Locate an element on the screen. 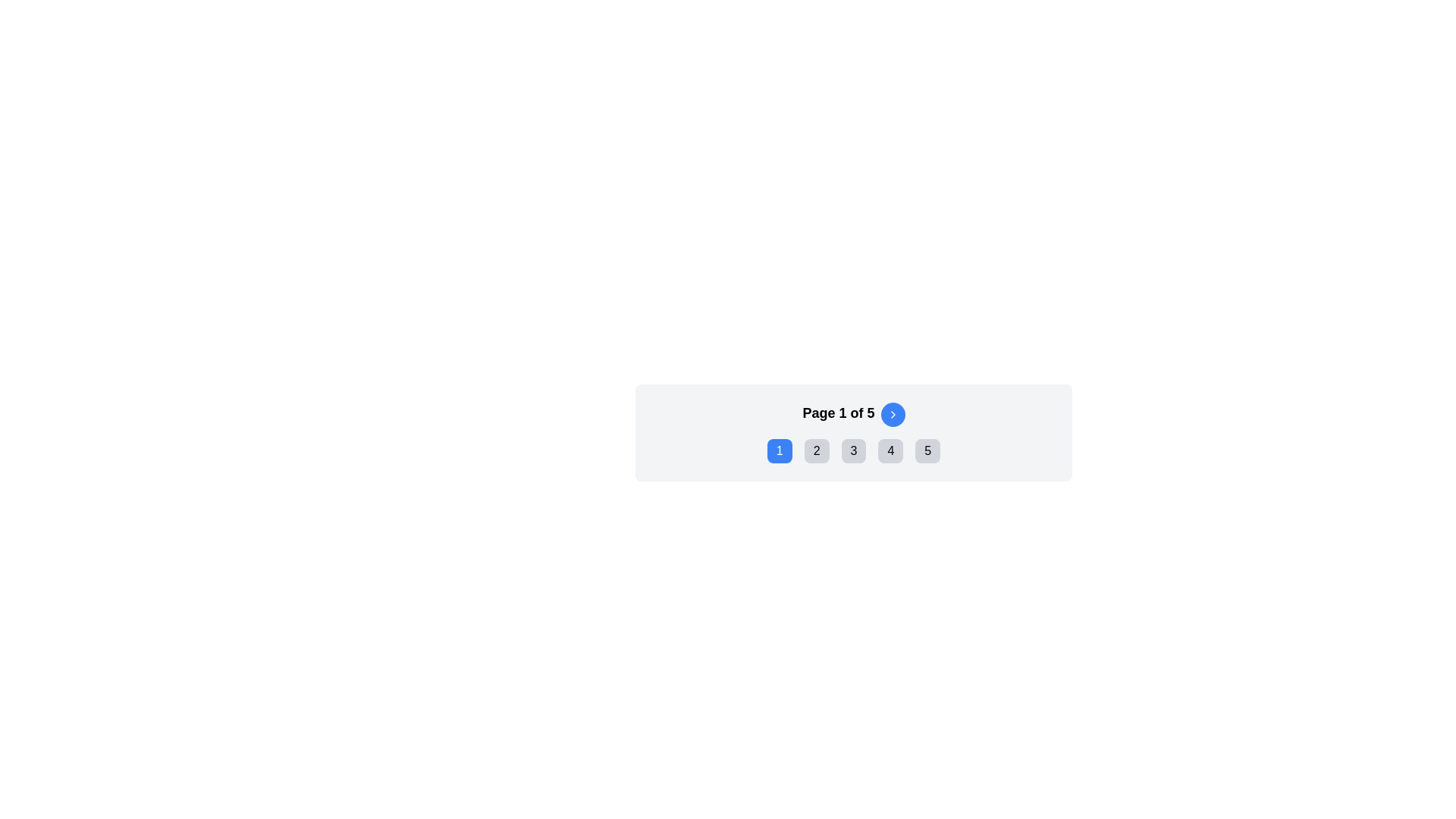 The image size is (1456, 819). the second button in the pagination bar displaying the number '2' is located at coordinates (816, 450).